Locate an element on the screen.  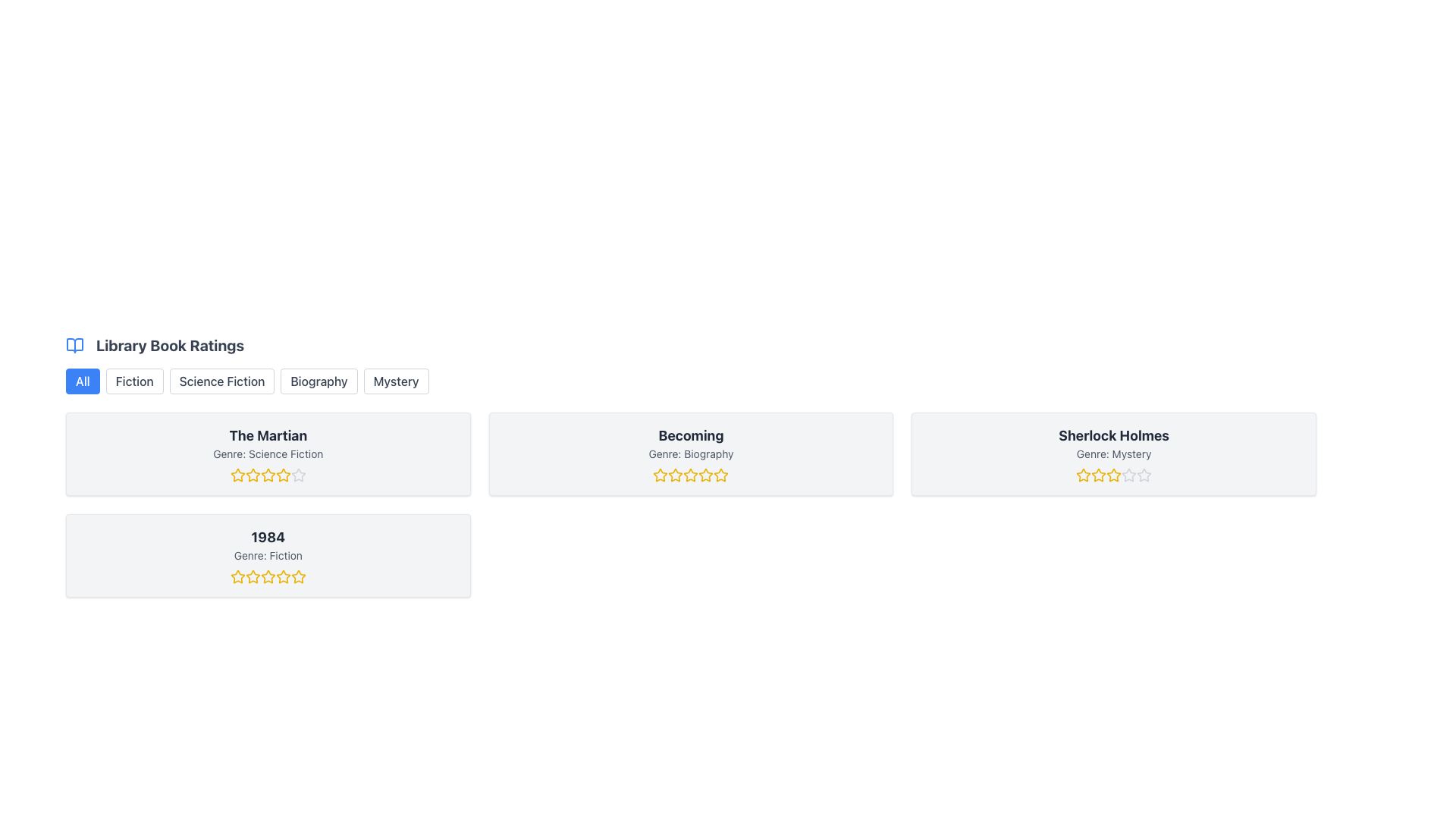
the 'Science Fiction' tab in the horizontal navigation bar is located at coordinates (221, 380).